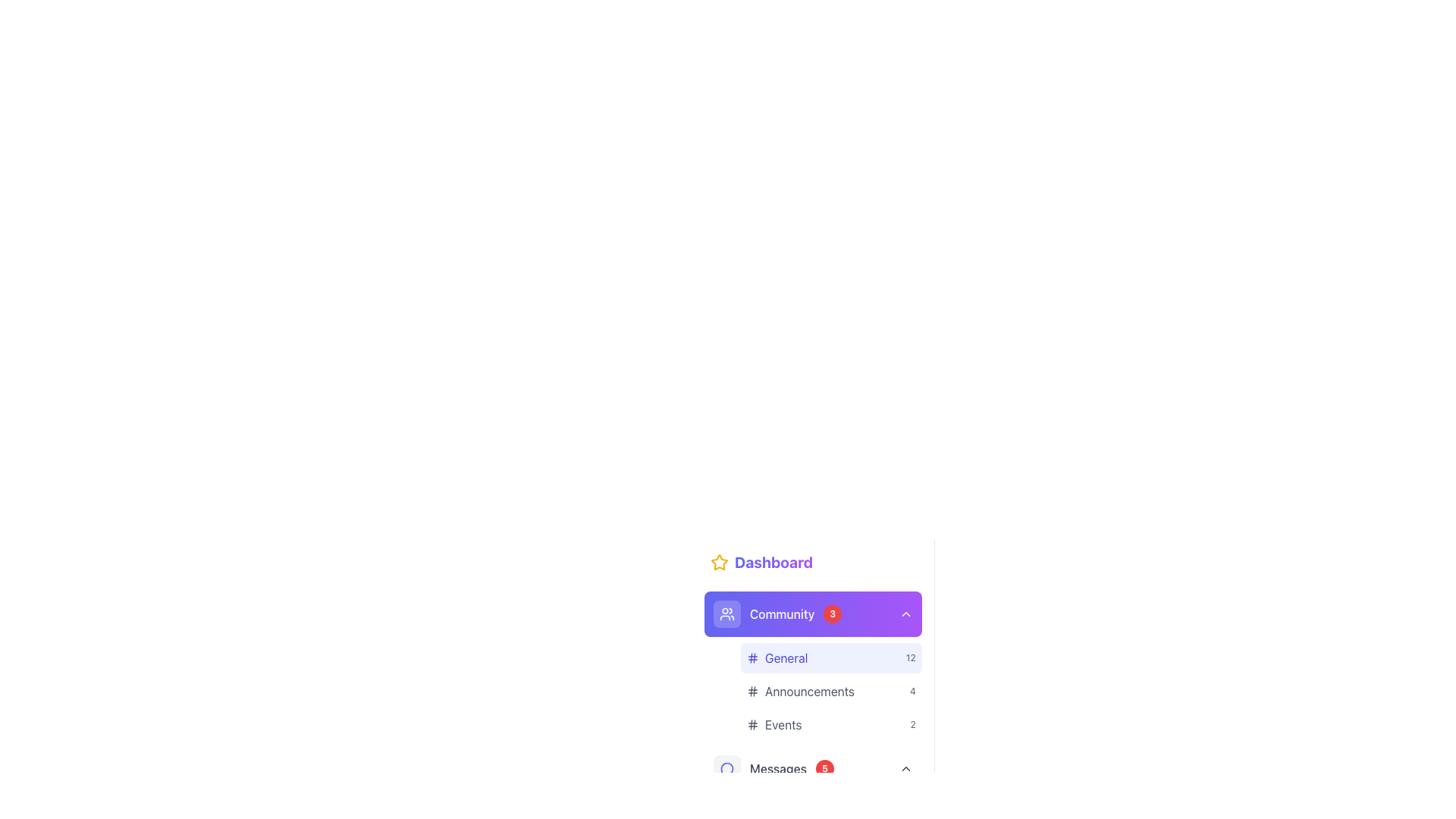  I want to click on the community icon, which is a white icon resembling a group of people on a purple rounded background, located in the sidebar menu under the 'Community' section, so click(726, 614).